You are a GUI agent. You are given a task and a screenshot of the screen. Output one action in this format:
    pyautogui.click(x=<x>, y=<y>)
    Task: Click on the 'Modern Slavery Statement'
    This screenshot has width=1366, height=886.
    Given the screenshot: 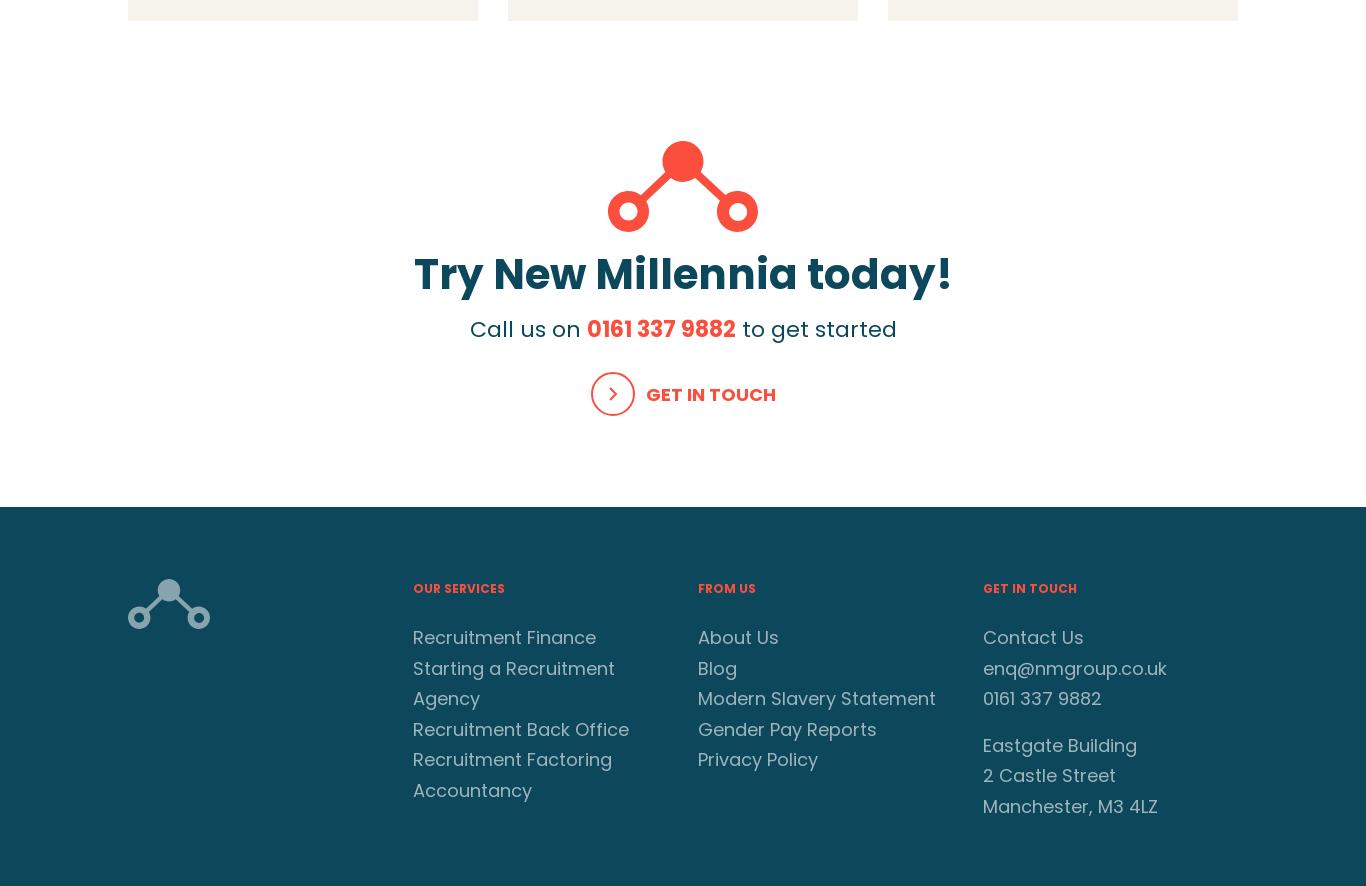 What is the action you would take?
    pyautogui.click(x=816, y=697)
    